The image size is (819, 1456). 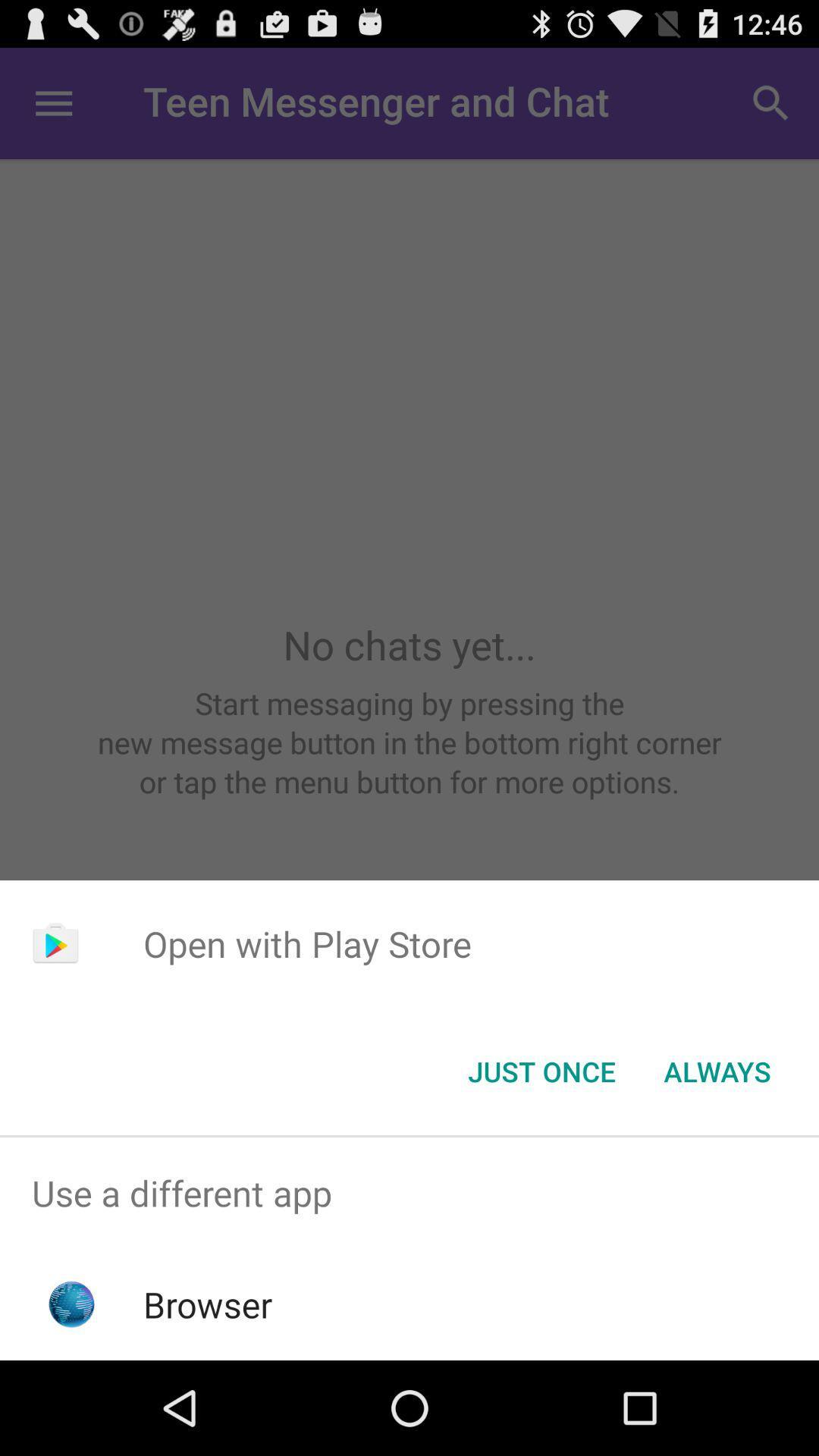 What do you see at coordinates (717, 1070) in the screenshot?
I see `item next to just once button` at bounding box center [717, 1070].